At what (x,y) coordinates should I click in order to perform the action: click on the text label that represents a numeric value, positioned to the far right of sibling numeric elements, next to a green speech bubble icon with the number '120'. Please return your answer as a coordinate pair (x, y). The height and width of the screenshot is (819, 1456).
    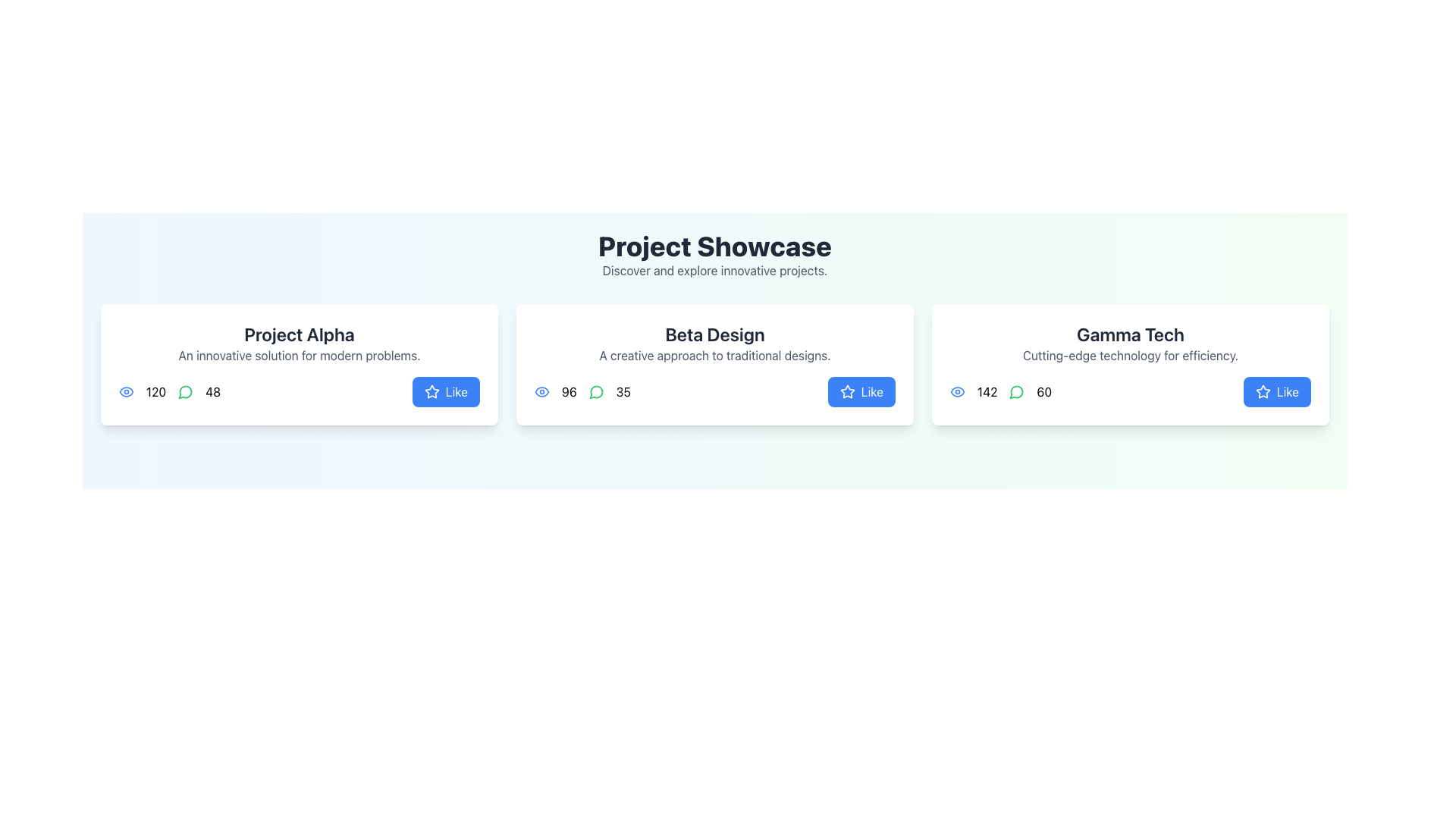
    Looking at the image, I should click on (212, 391).